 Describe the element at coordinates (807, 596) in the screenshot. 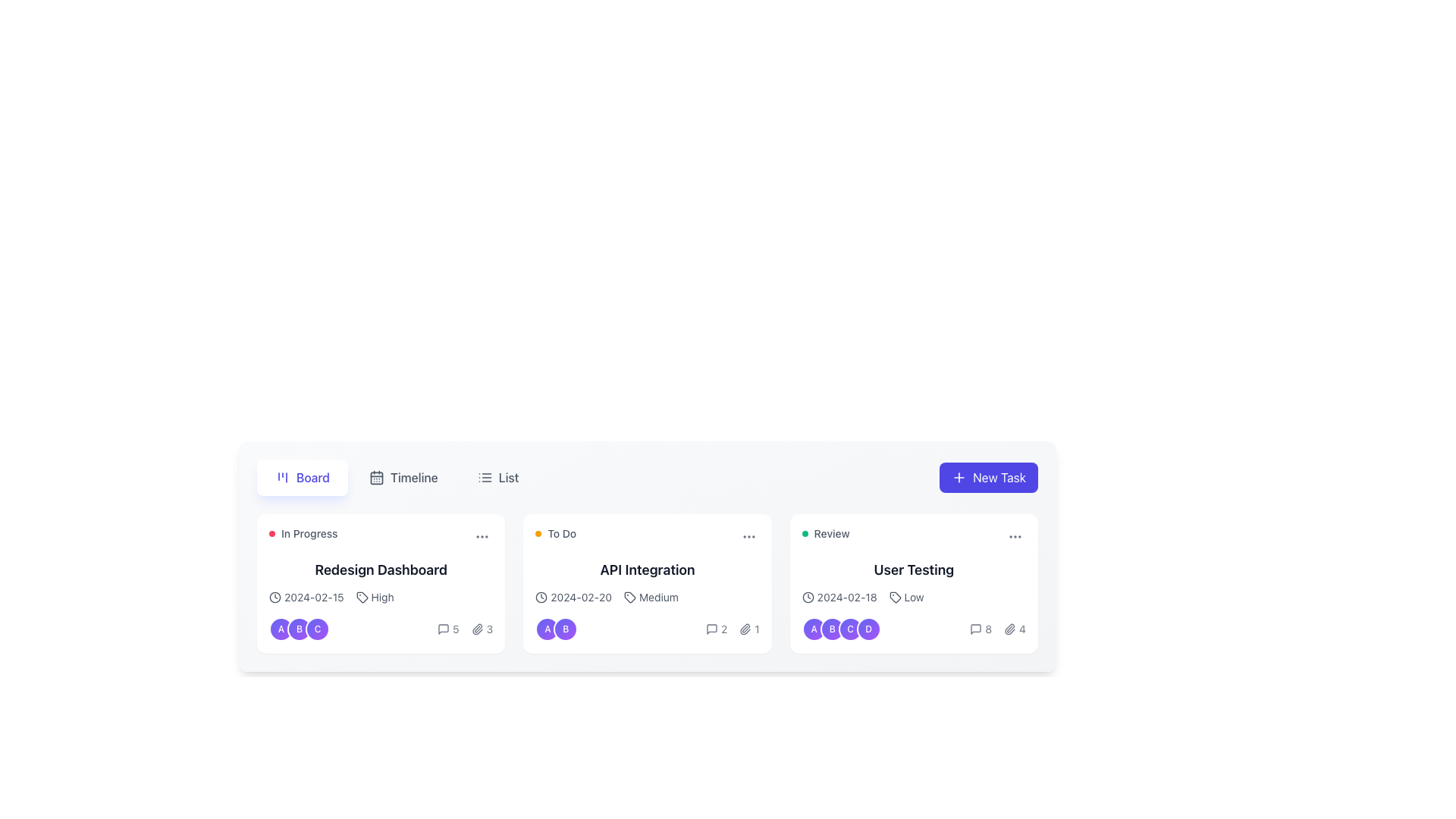

I see `the central circle of the clock icon located adjacent to the 'User Testing' text in the 'Review' block on the task board interface` at that location.